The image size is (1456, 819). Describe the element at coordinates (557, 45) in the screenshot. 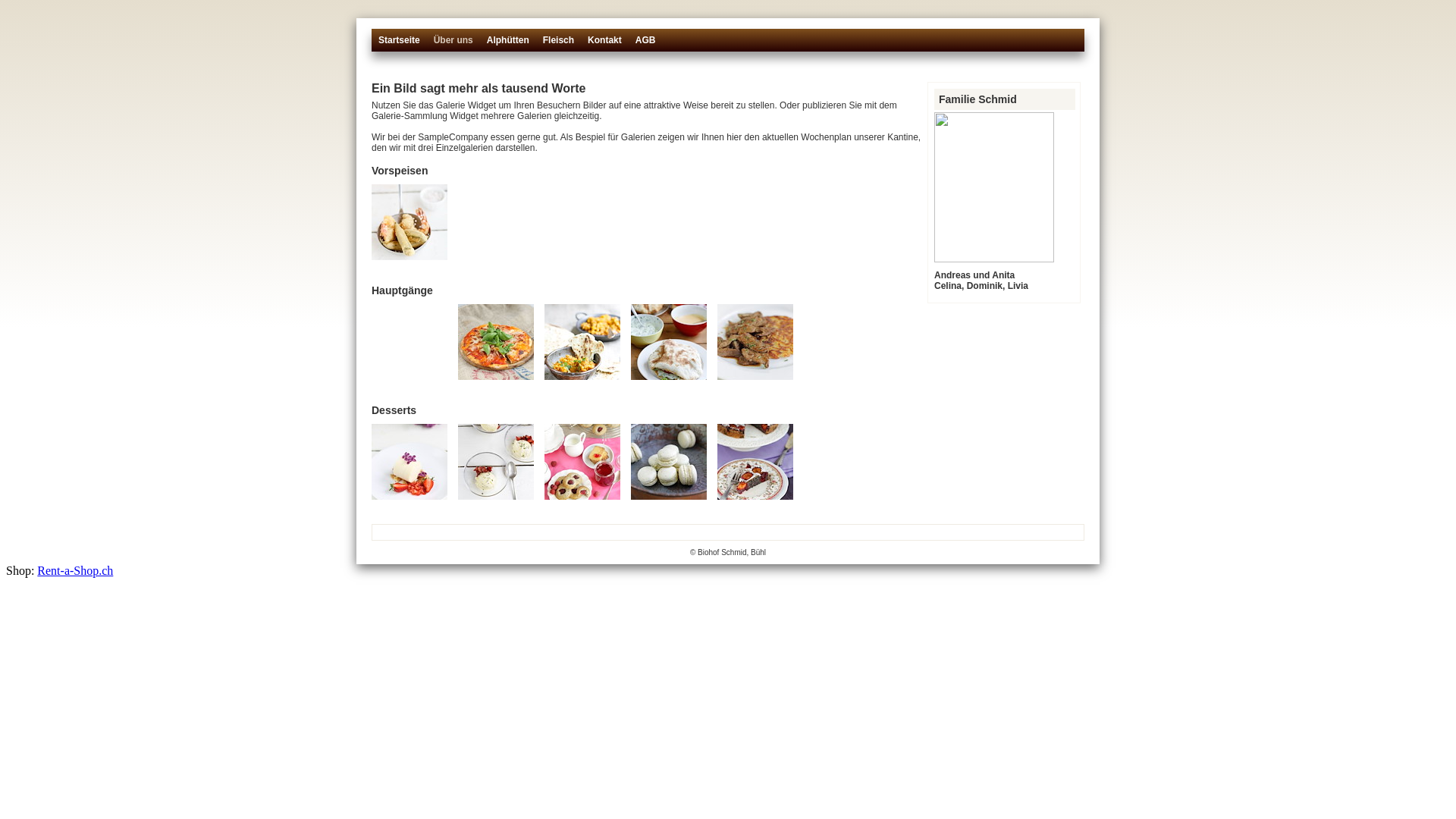

I see `'Fleisch'` at that location.